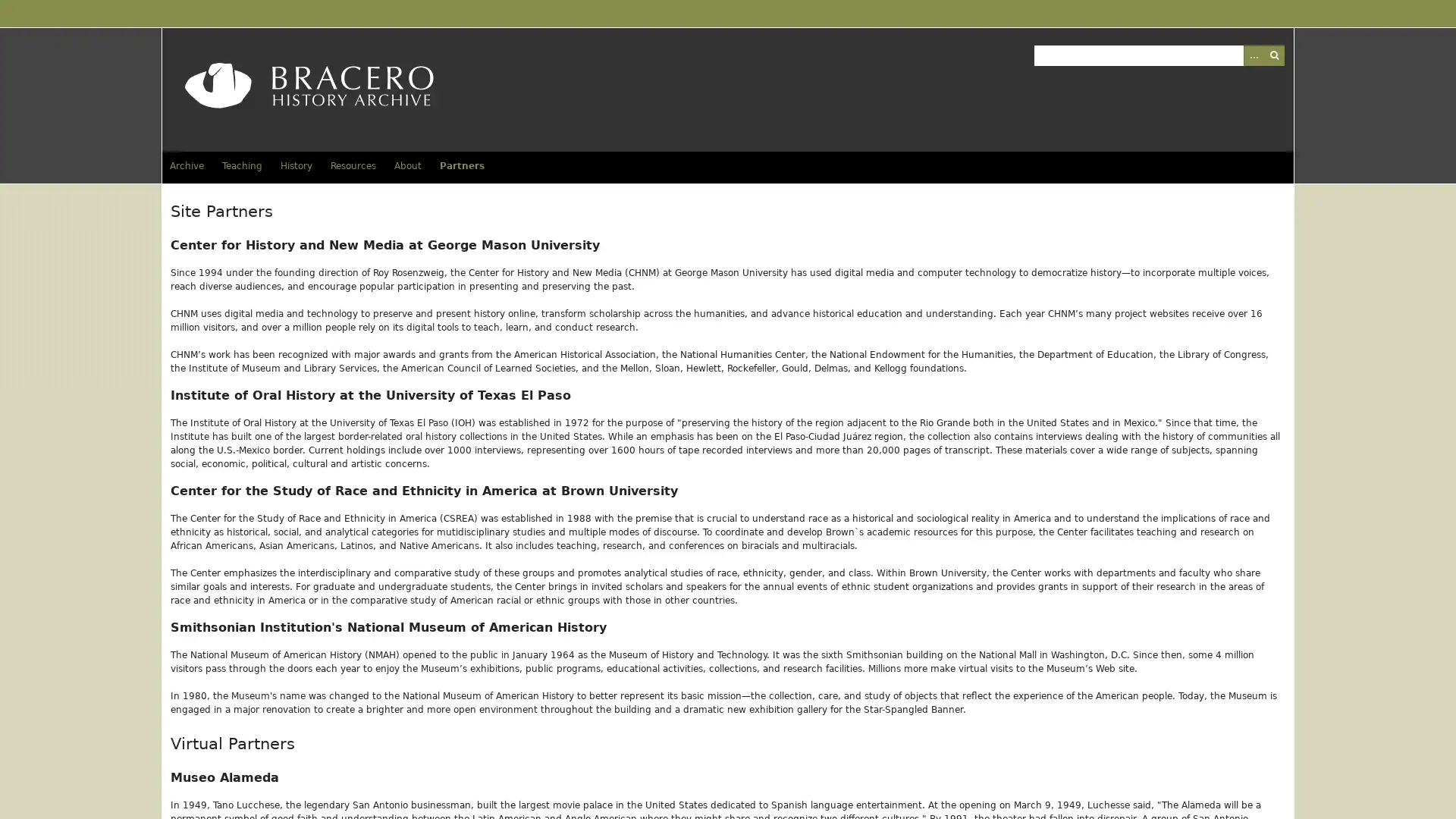 The width and height of the screenshot is (1456, 819). I want to click on Search, so click(1273, 54).